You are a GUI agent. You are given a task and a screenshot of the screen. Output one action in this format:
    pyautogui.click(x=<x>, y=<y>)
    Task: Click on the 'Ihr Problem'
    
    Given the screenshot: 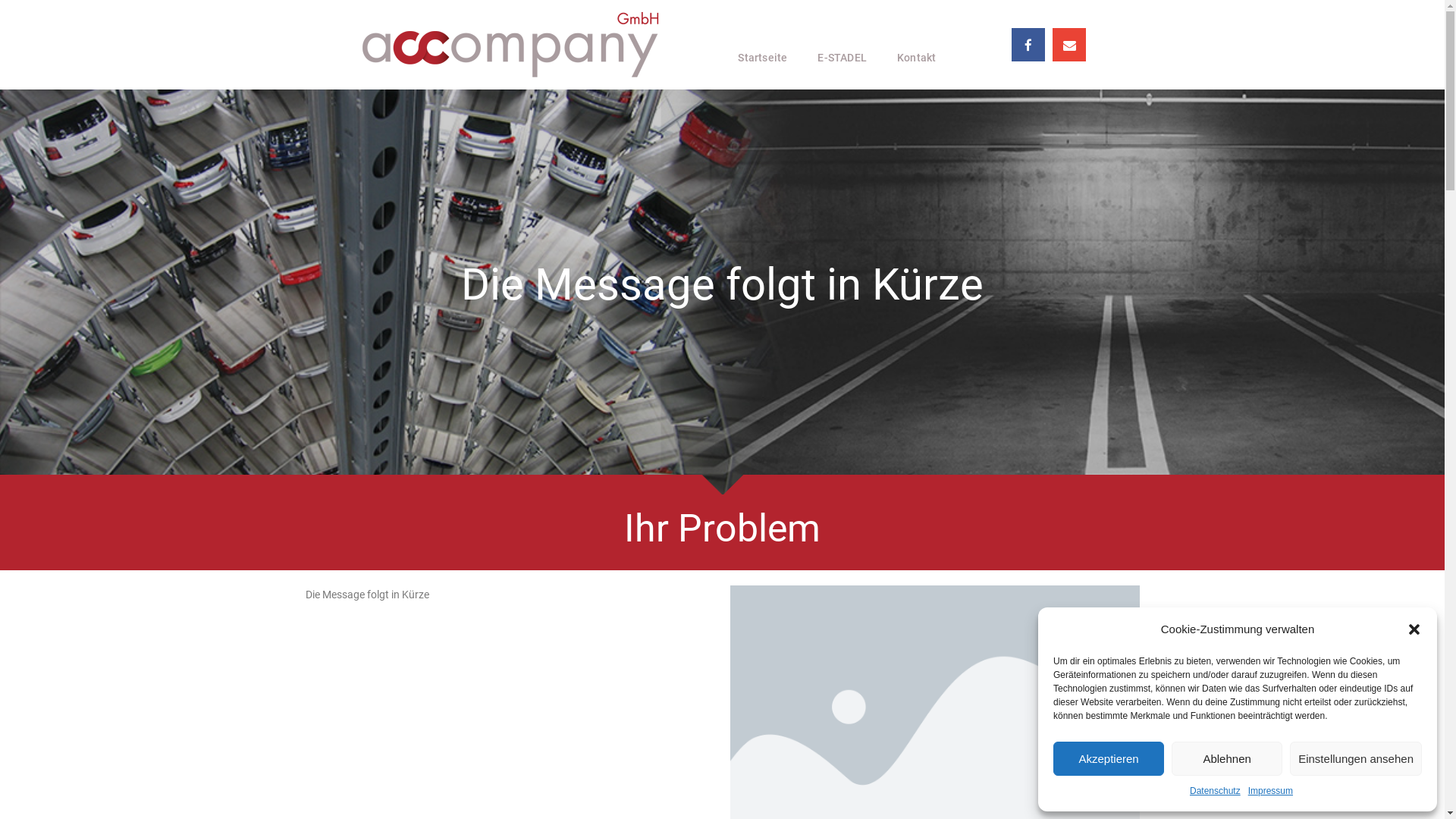 What is the action you would take?
    pyautogui.click(x=721, y=528)
    